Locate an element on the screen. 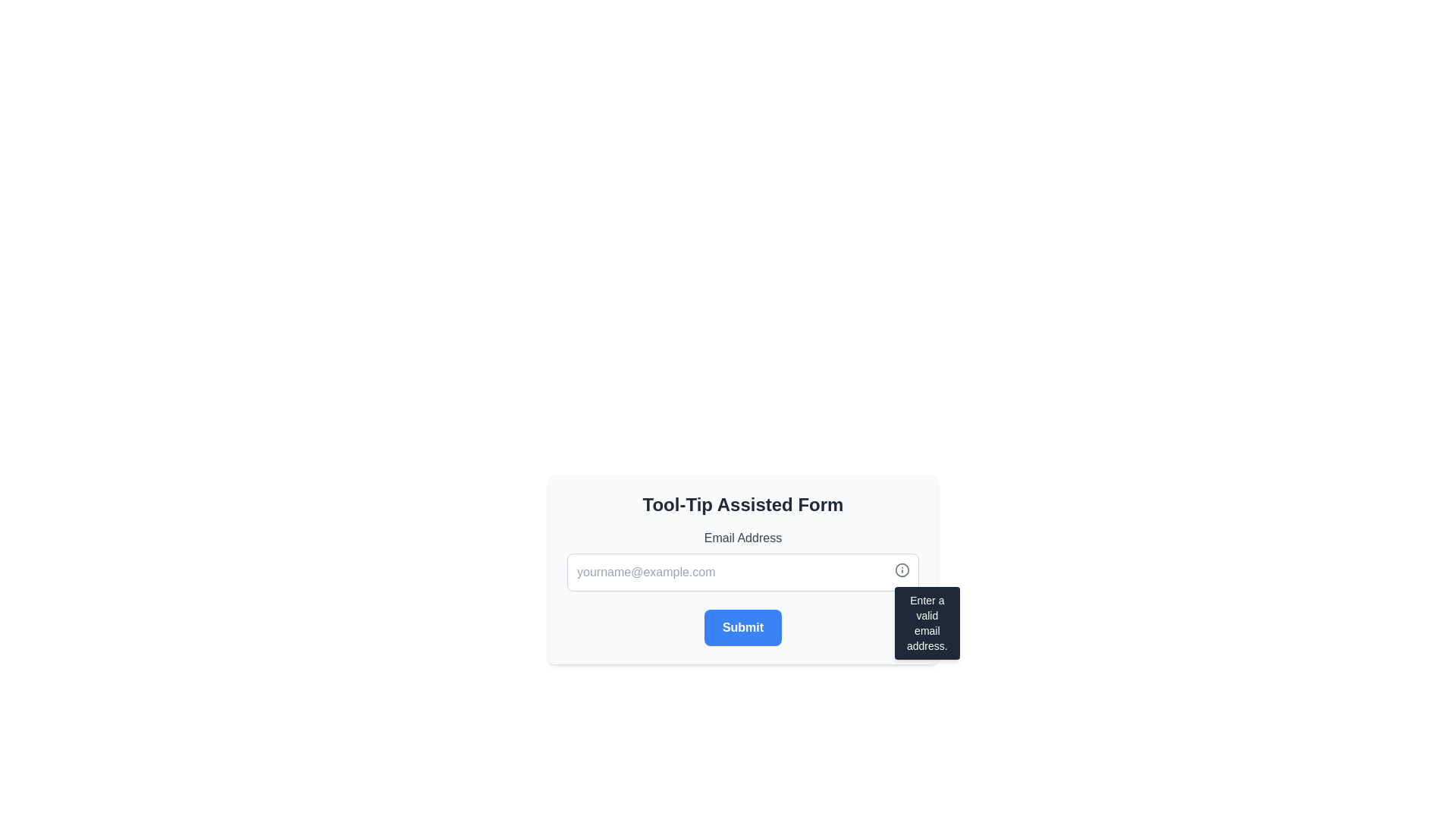 The image size is (1456, 819). the circular shape element within the SVG that serves as a visual component of the information icon, located beside the email input box is located at coordinates (902, 570).